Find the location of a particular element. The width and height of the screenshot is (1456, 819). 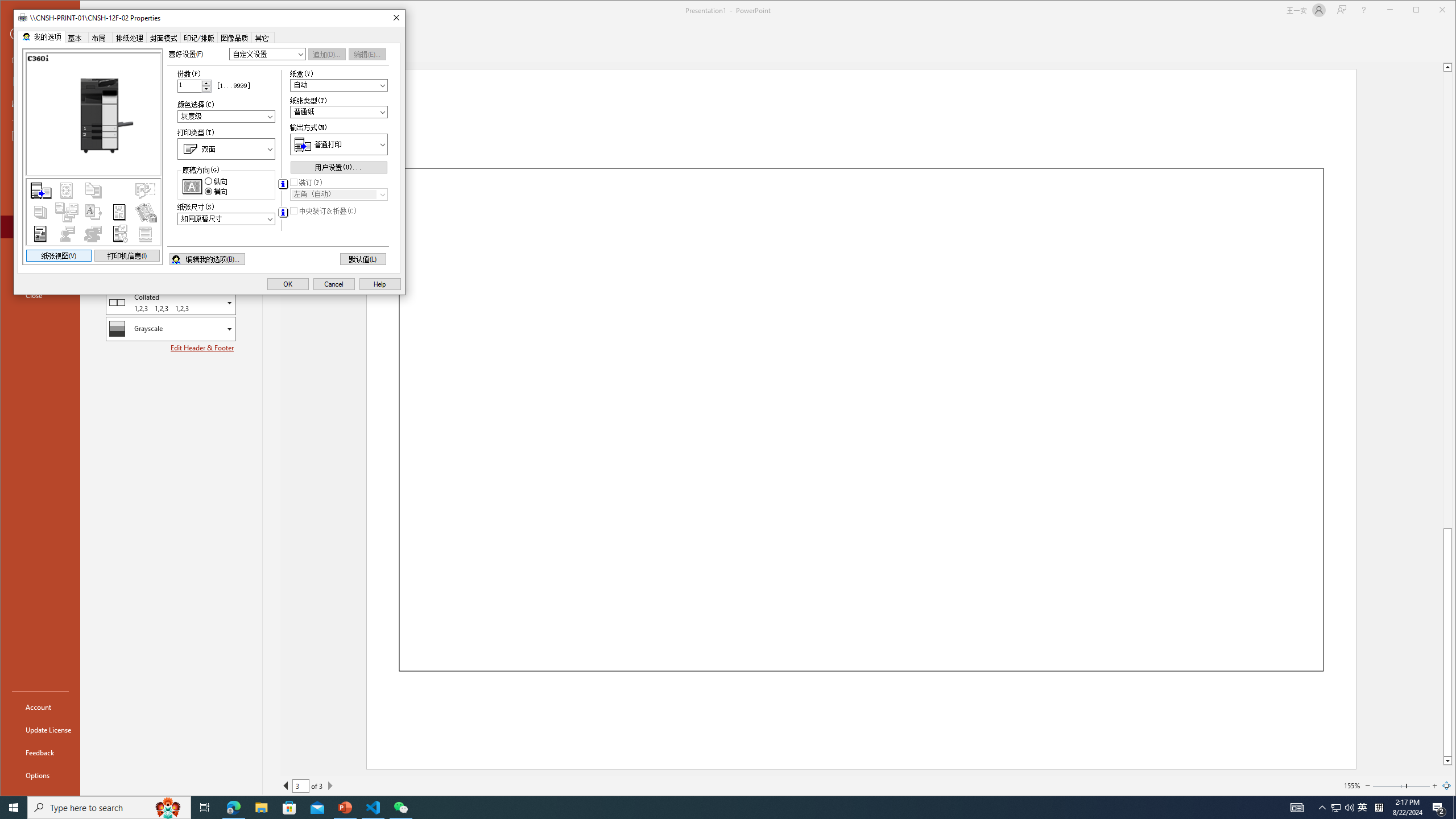

'WeChat - 1 running window' is located at coordinates (401, 806).